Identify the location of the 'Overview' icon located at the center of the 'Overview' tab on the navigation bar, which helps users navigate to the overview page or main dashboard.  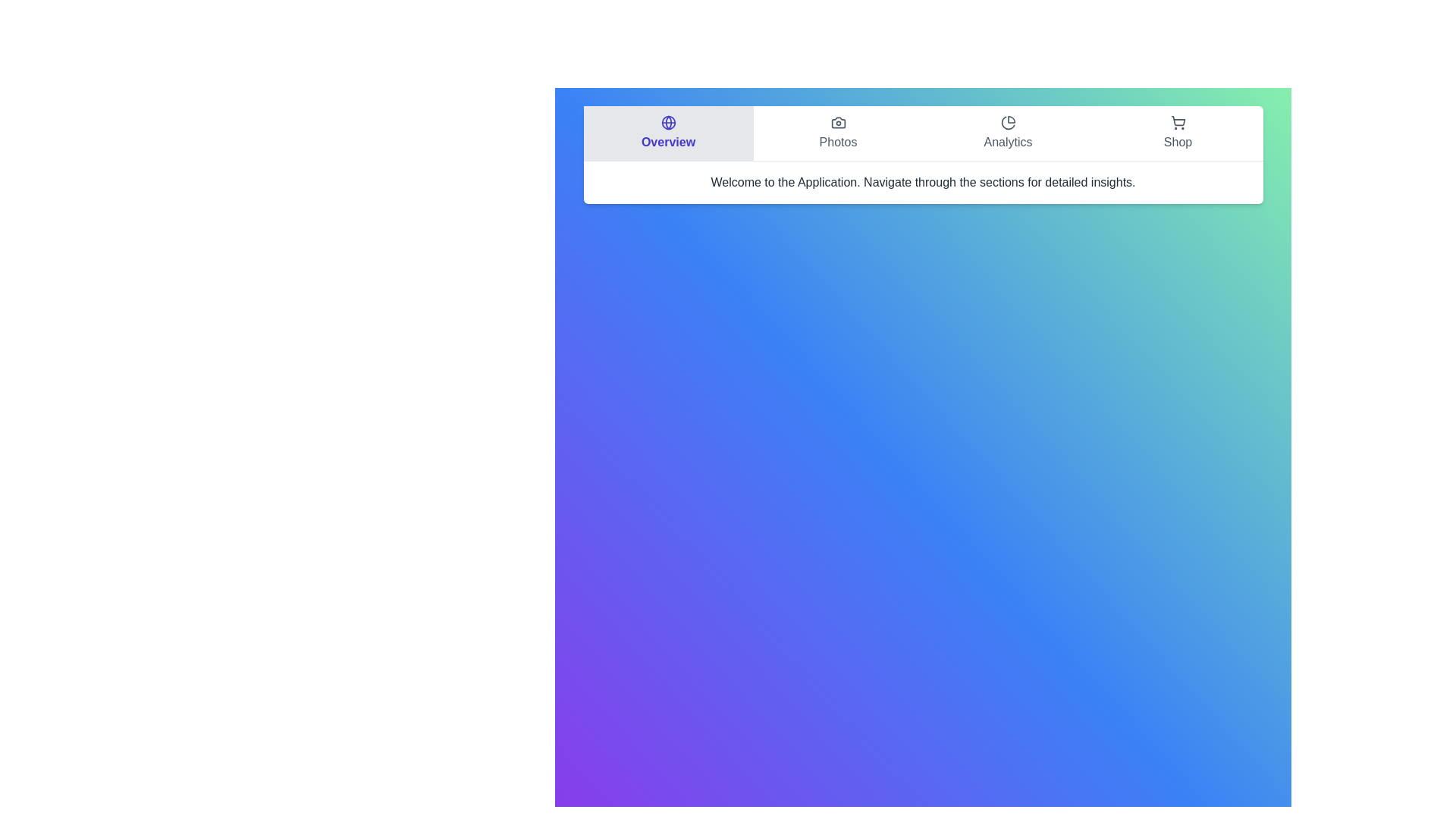
(667, 122).